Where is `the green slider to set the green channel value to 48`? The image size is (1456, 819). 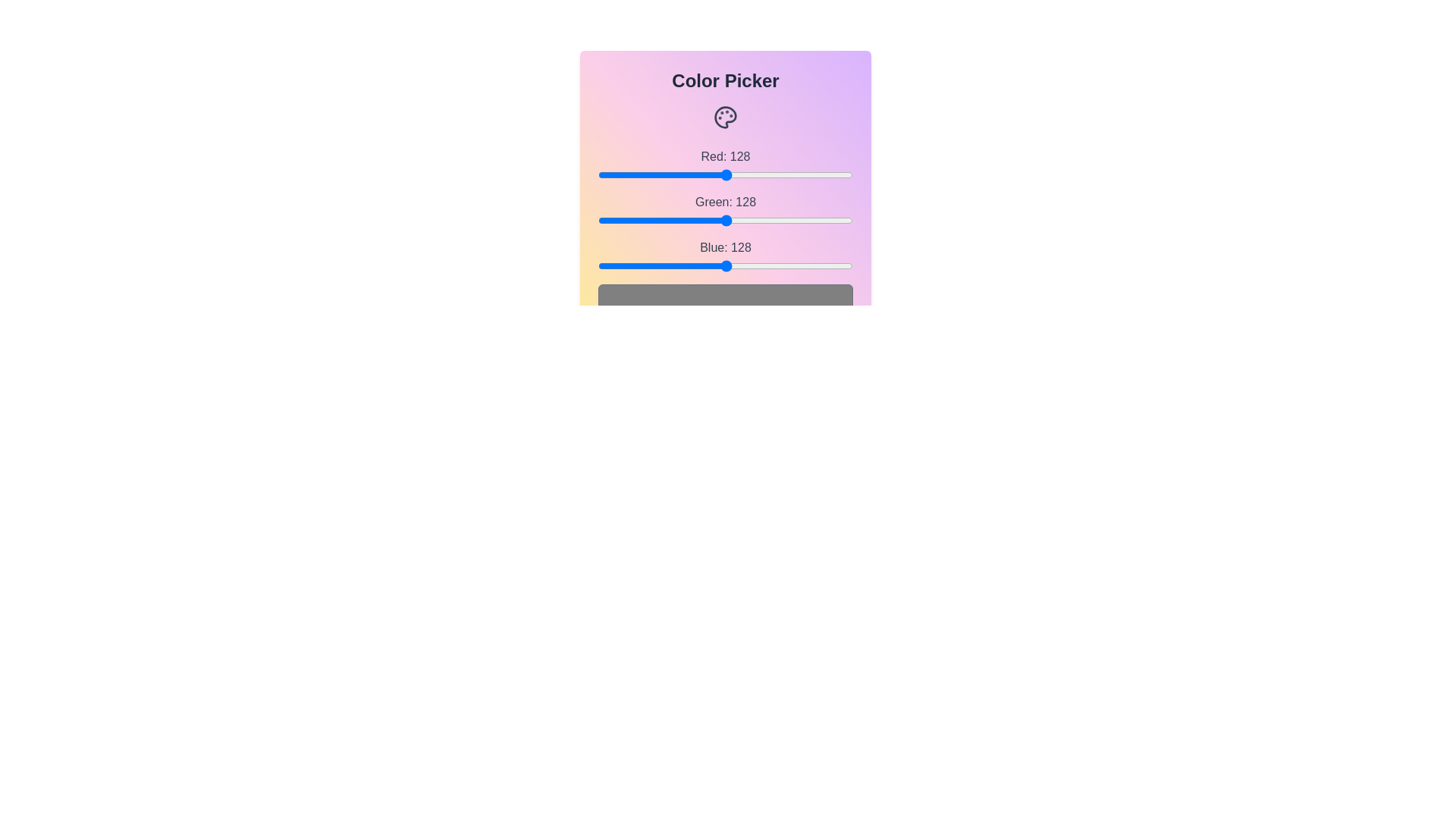 the green slider to set the green channel value to 48 is located at coordinates (646, 220).